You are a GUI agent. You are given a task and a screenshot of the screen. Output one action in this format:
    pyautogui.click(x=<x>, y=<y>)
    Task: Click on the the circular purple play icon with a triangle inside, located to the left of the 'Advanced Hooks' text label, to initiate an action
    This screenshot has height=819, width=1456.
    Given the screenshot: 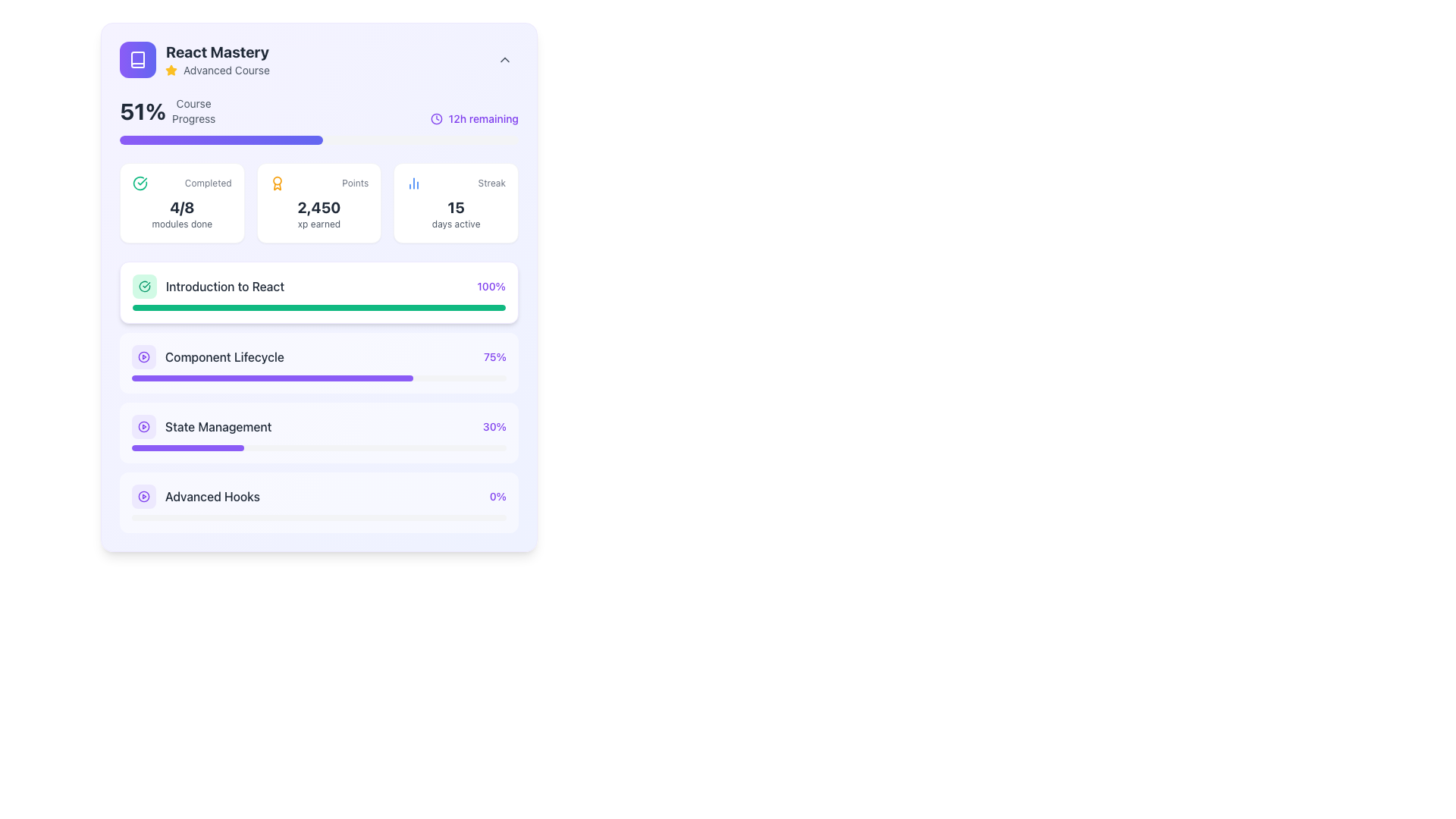 What is the action you would take?
    pyautogui.click(x=144, y=497)
    